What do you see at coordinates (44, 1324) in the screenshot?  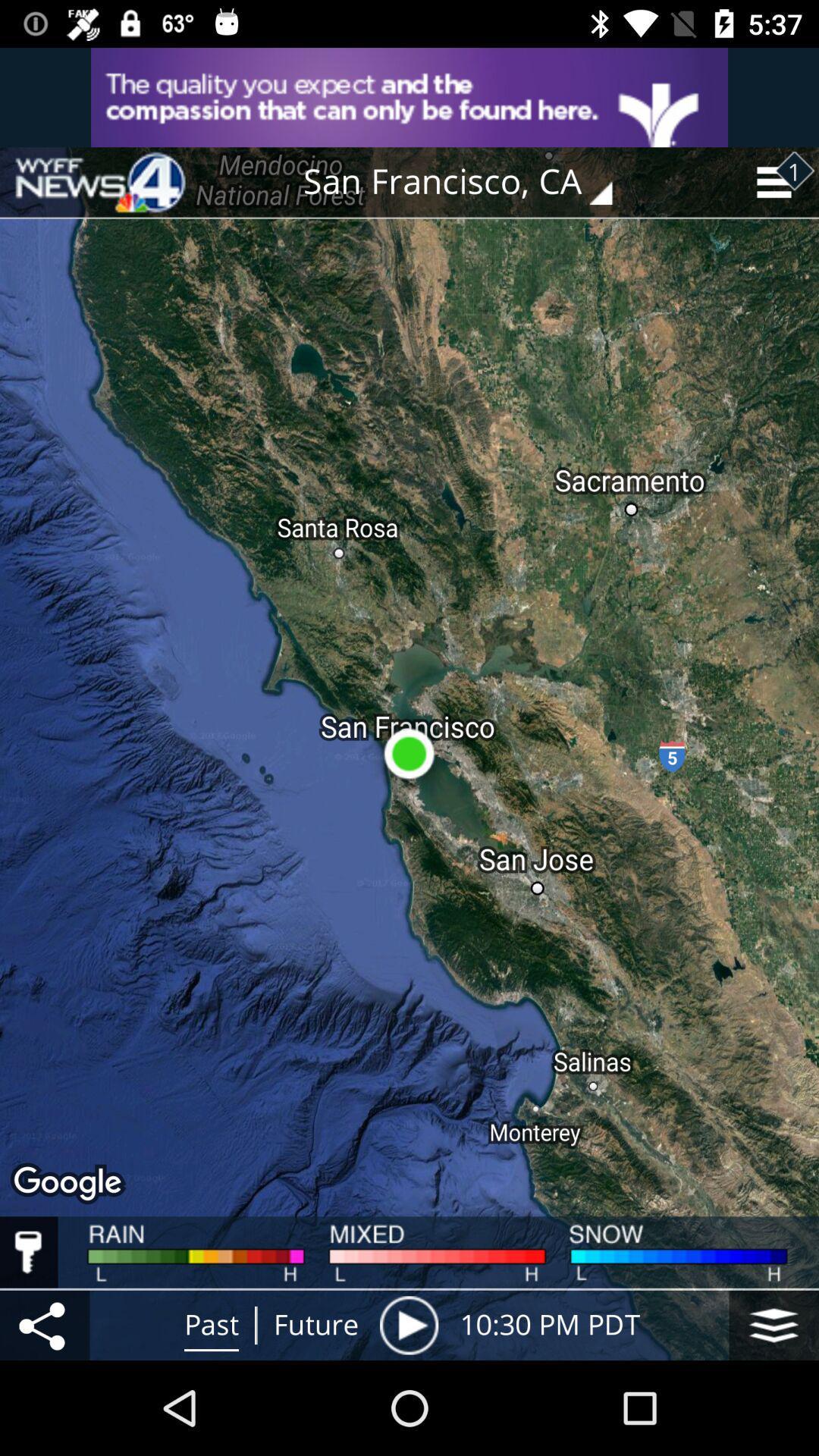 I see `the share icon` at bounding box center [44, 1324].